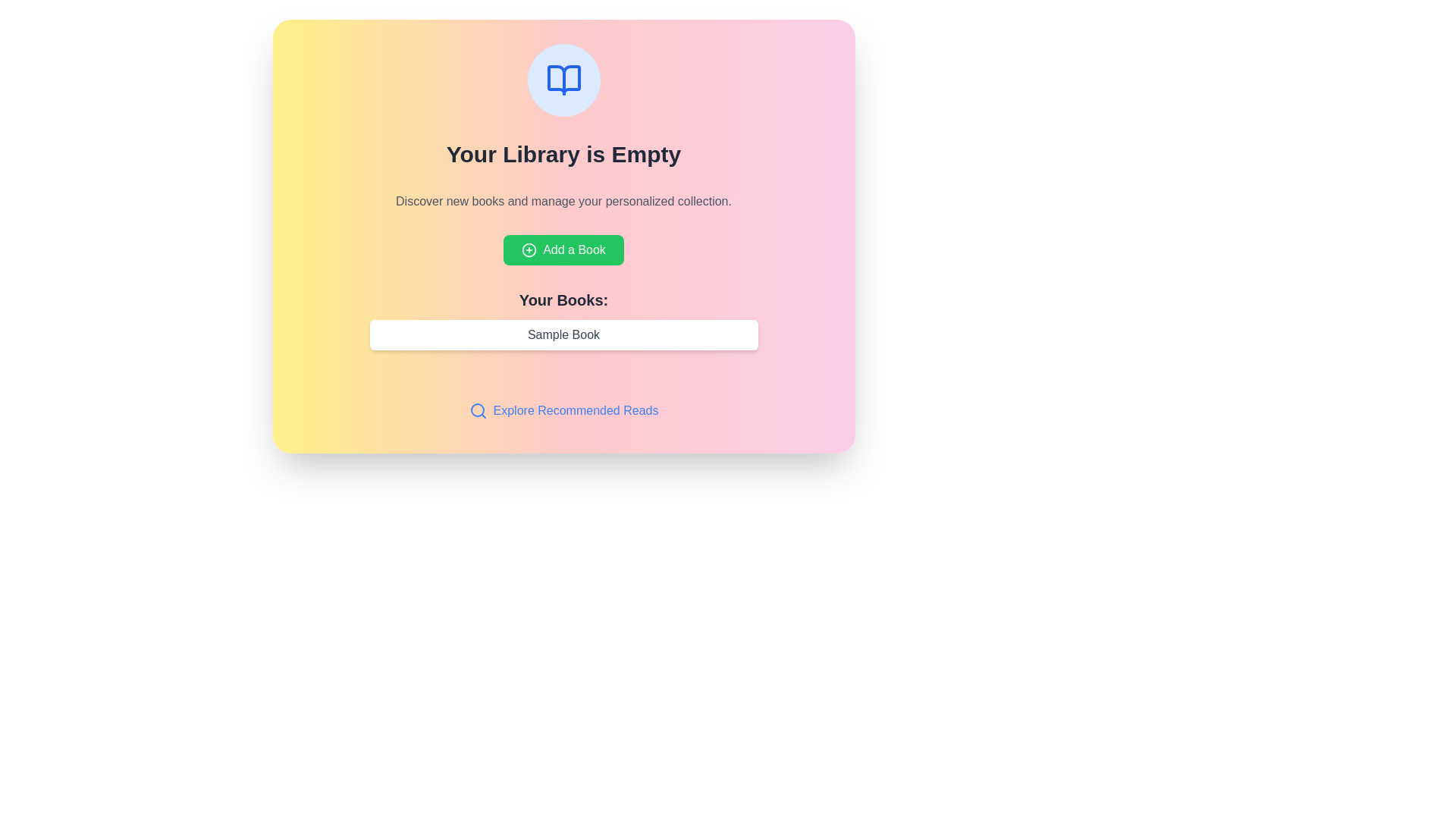 The height and width of the screenshot is (819, 1456). Describe the element at coordinates (477, 411) in the screenshot. I see `the 'Explore Recommended Reads' icon, which visually represents the search function and is located to the left of the text` at that location.